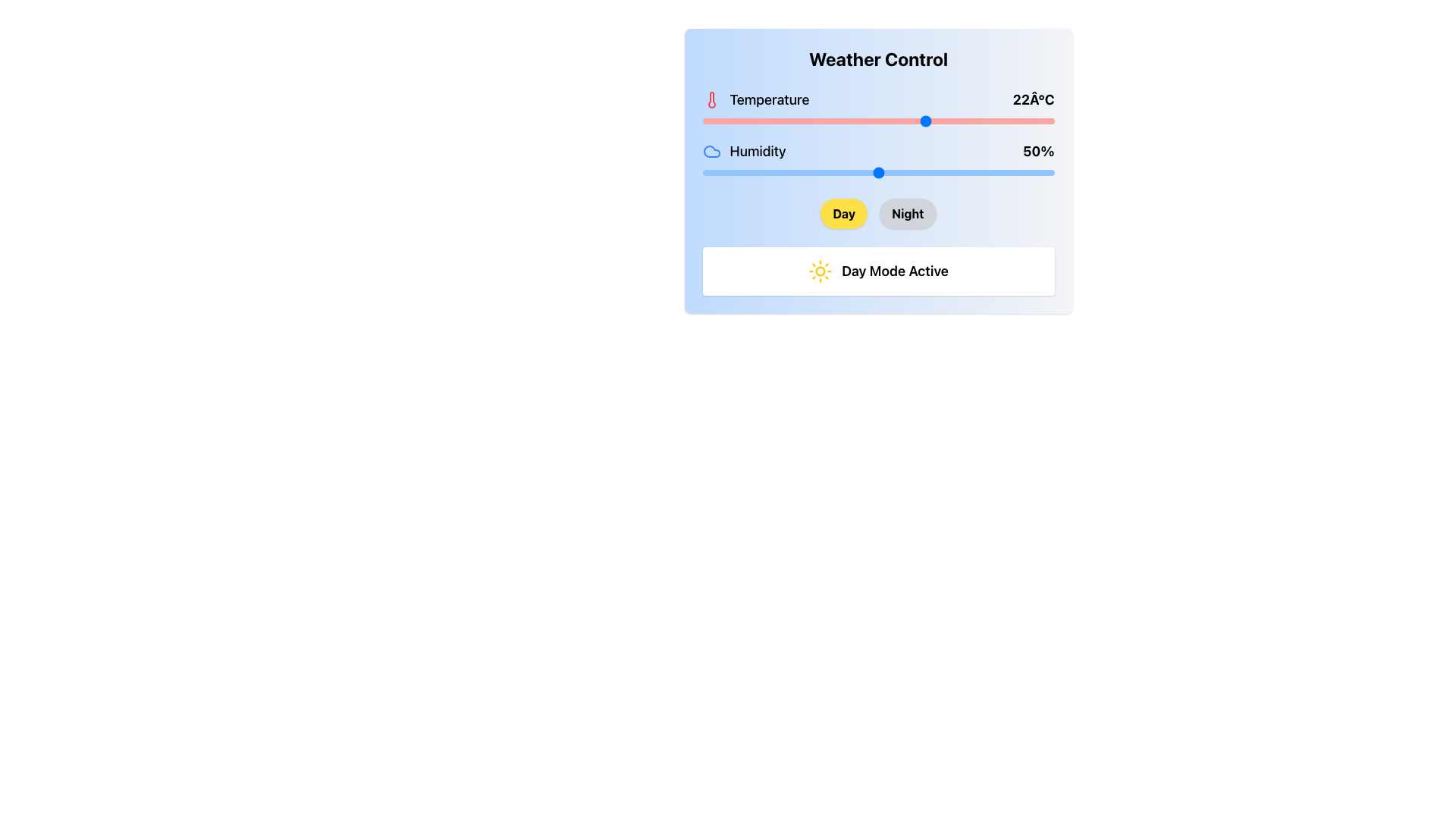 Image resolution: width=1456 pixels, height=819 pixels. I want to click on the temperature, so click(807, 120).